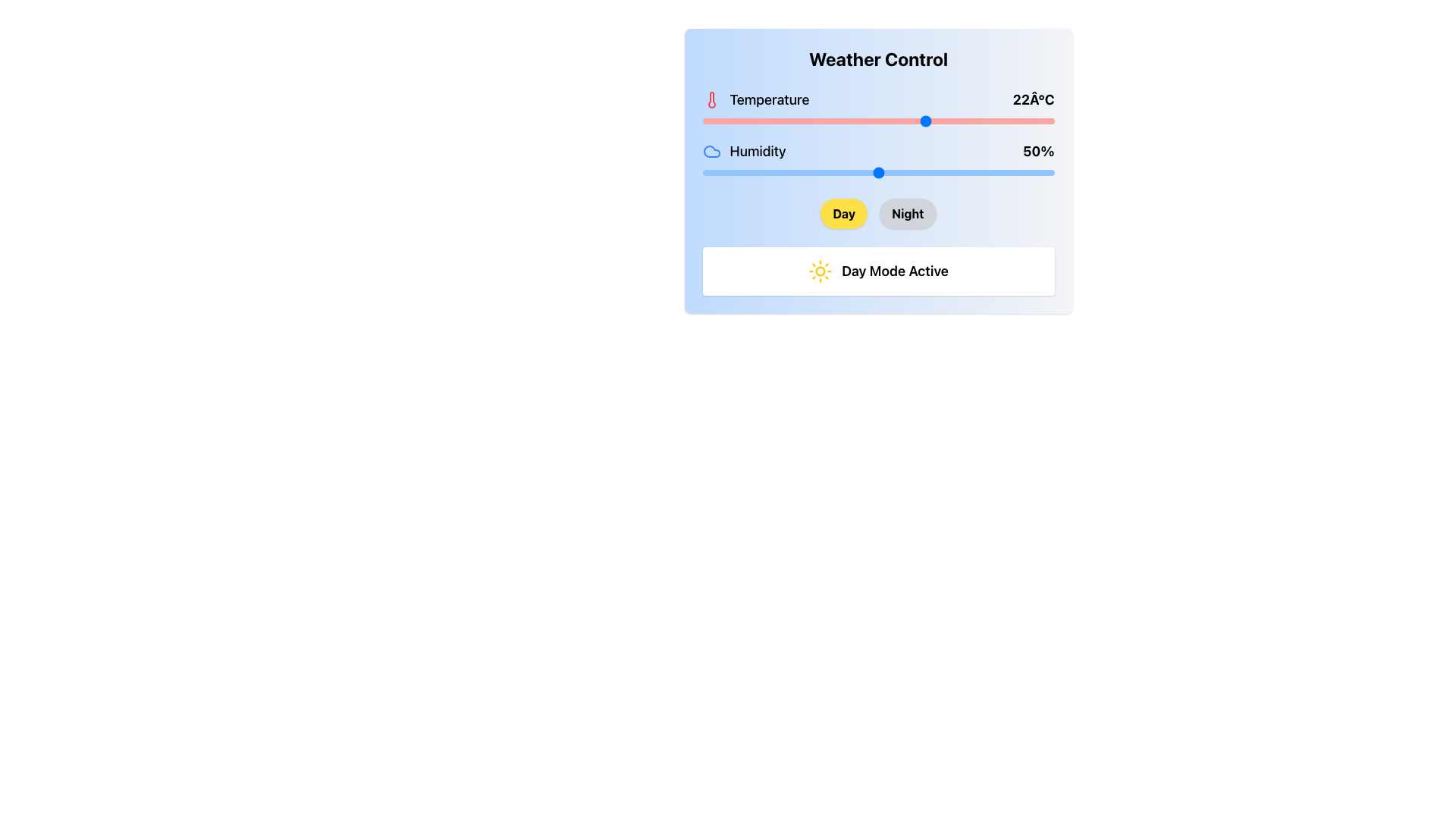 Image resolution: width=1456 pixels, height=819 pixels. I want to click on the temperature, so click(807, 120).